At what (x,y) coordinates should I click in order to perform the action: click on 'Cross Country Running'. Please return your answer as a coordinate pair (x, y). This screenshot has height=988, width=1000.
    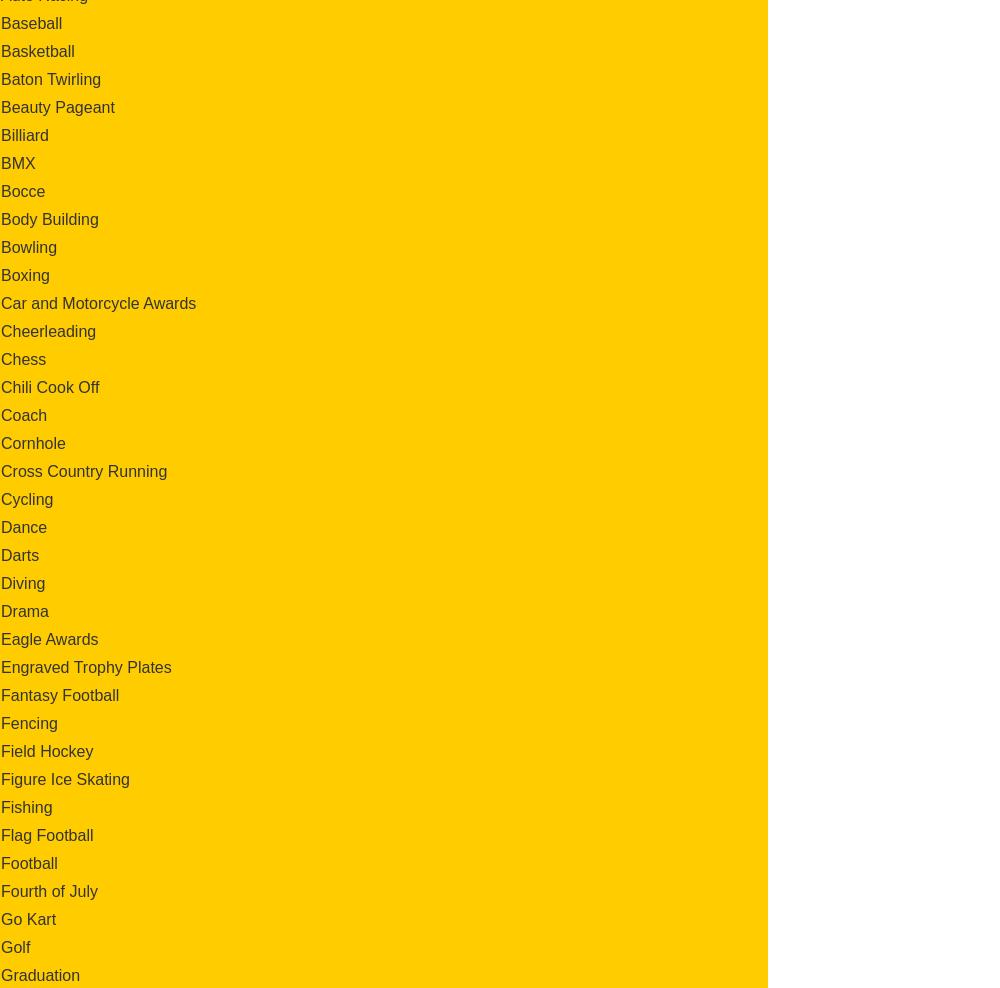
    Looking at the image, I should click on (83, 470).